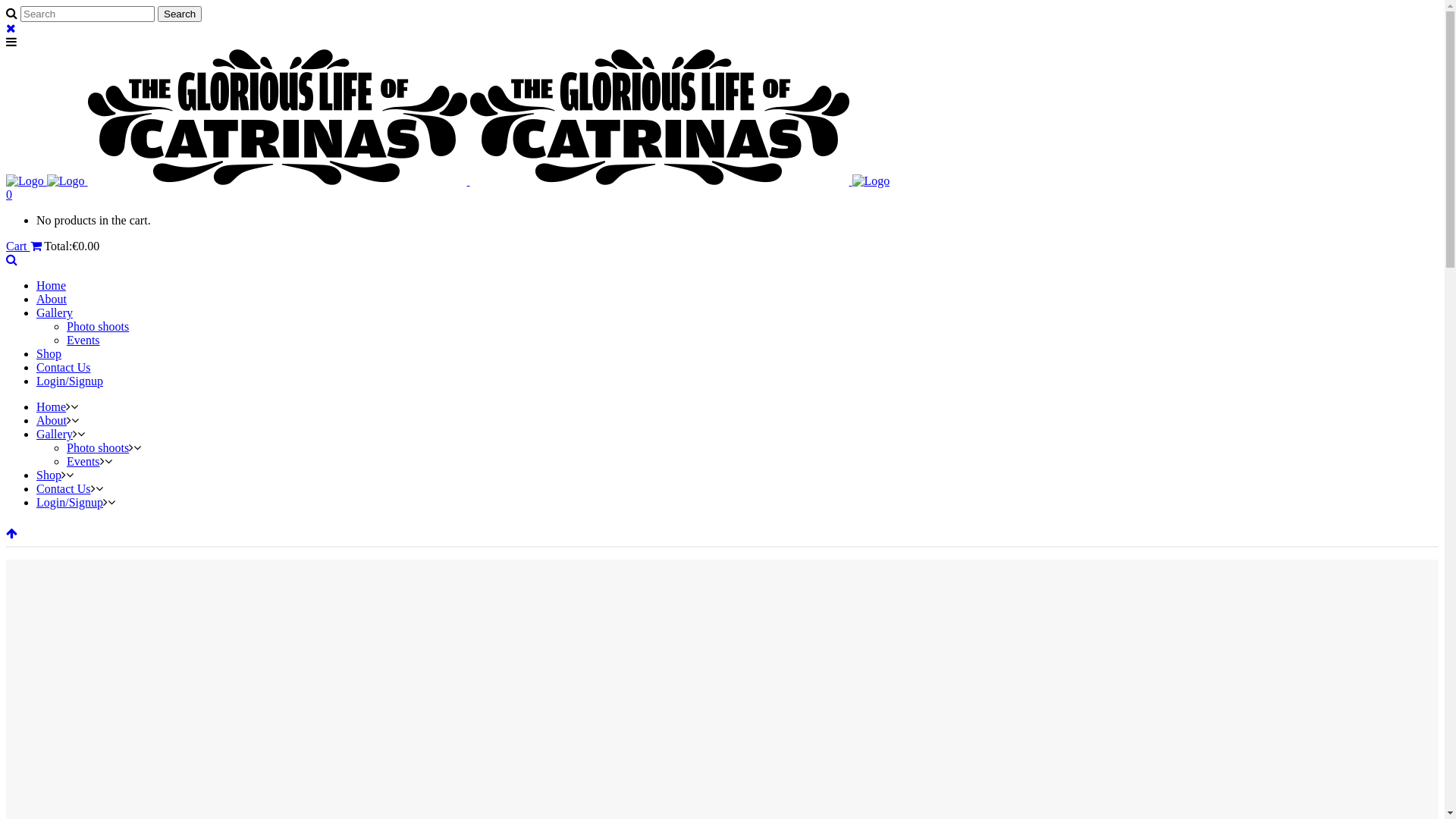  Describe the element at coordinates (9, 193) in the screenshot. I see `'0'` at that location.